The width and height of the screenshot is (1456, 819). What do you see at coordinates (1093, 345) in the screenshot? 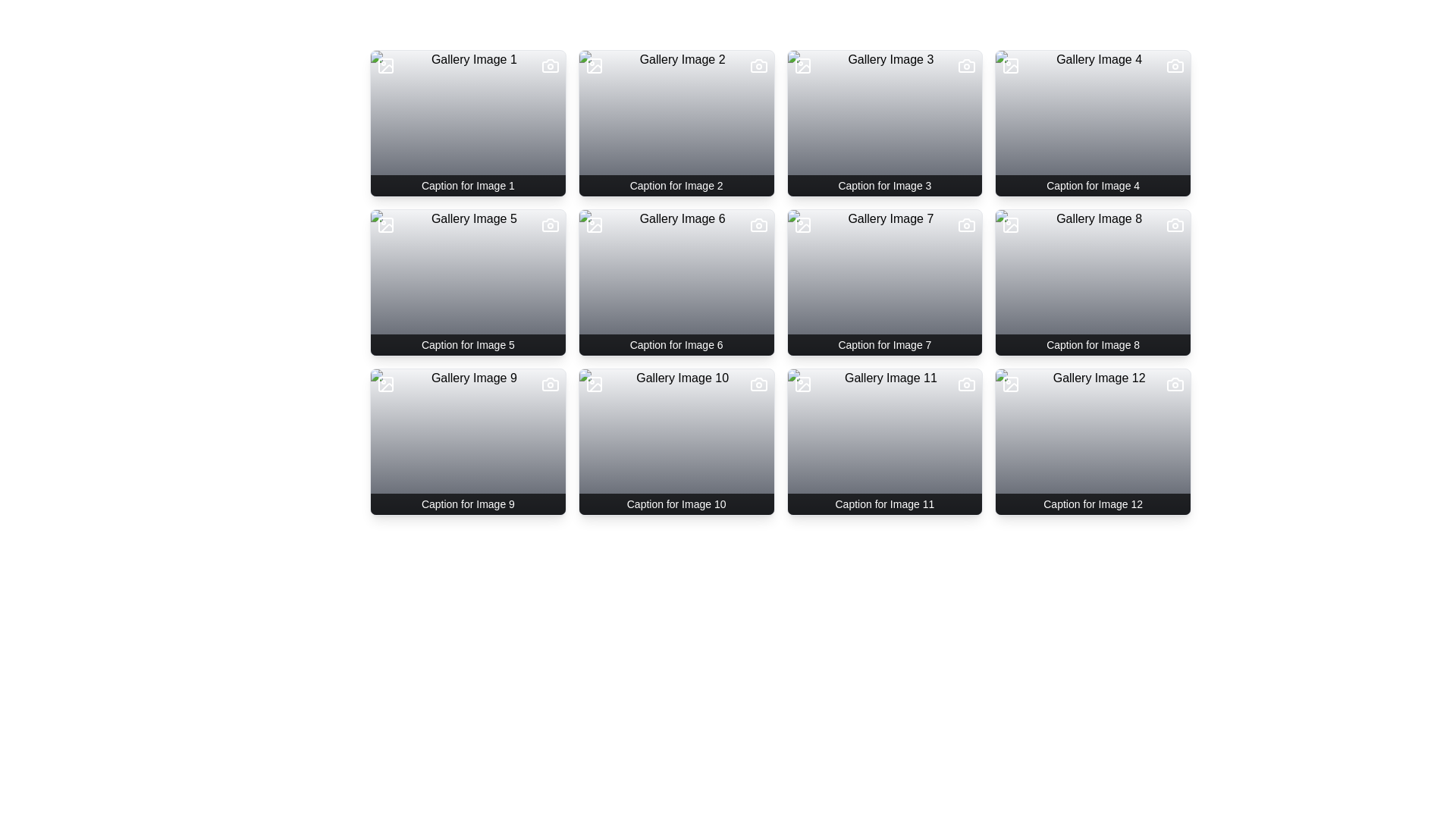
I see `the descriptive text caption for the image titled 'Gallery Image 8', located at the bottom of the image tile in the fourth row and second column of the grid` at bounding box center [1093, 345].